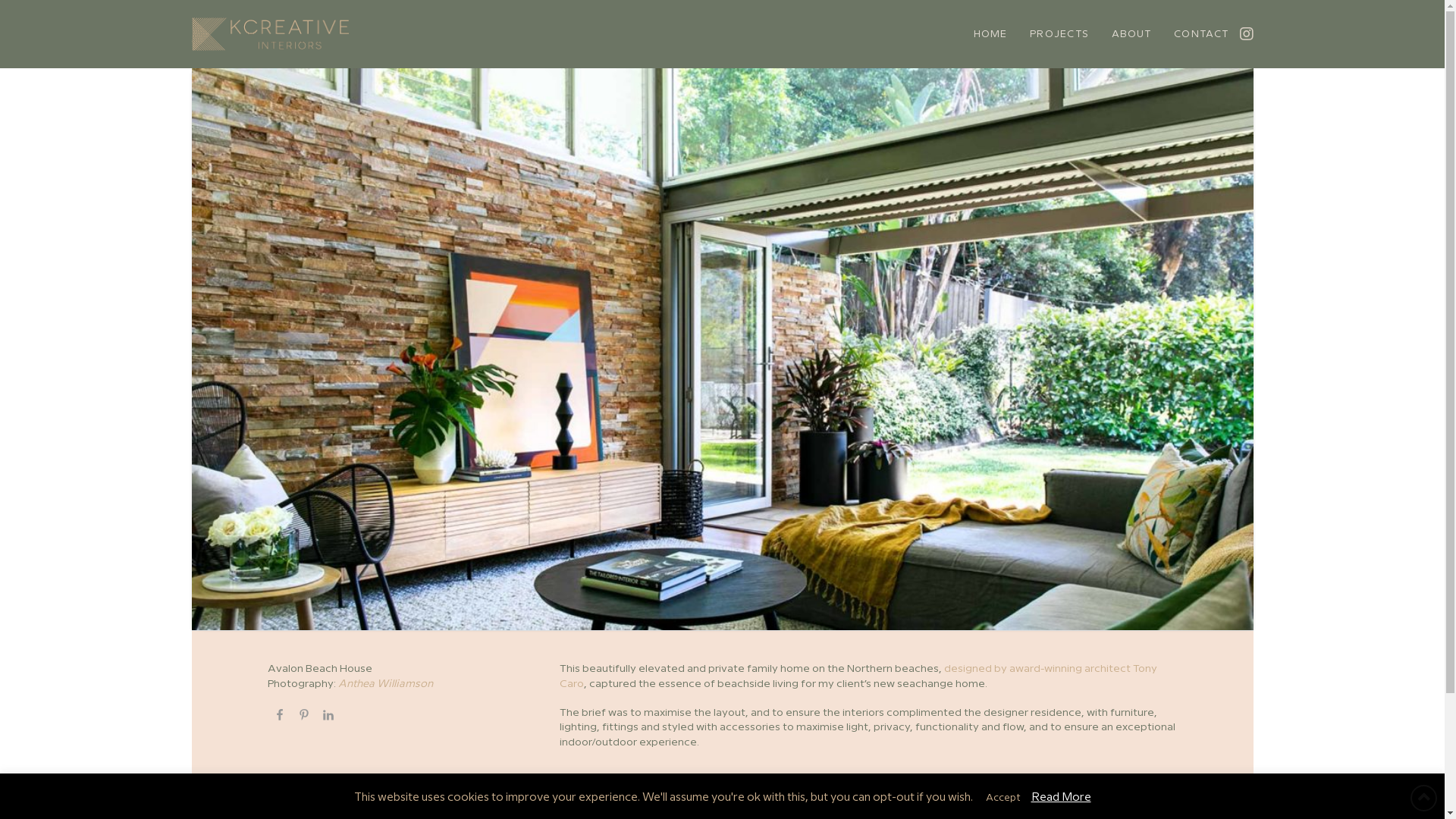  I want to click on 'HOME', so click(960, 34).